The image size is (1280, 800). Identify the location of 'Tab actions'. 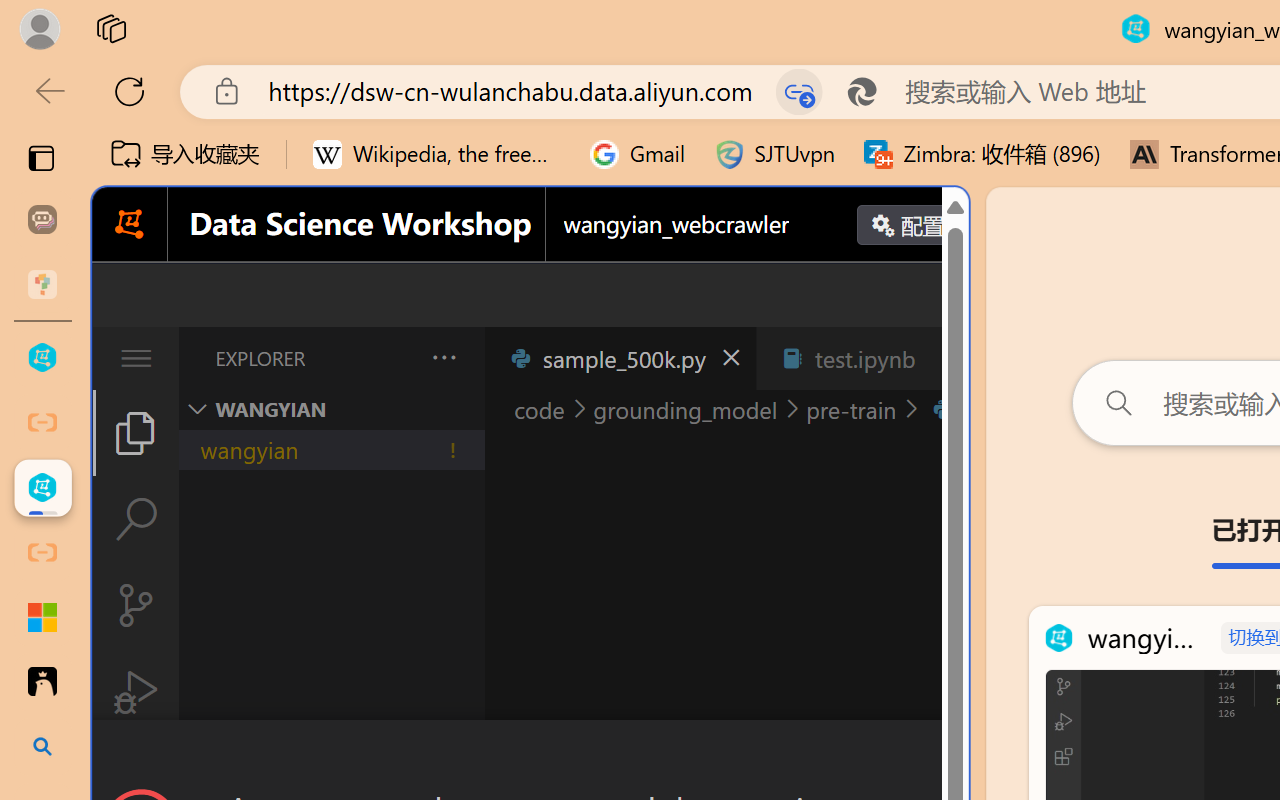
(944, 358).